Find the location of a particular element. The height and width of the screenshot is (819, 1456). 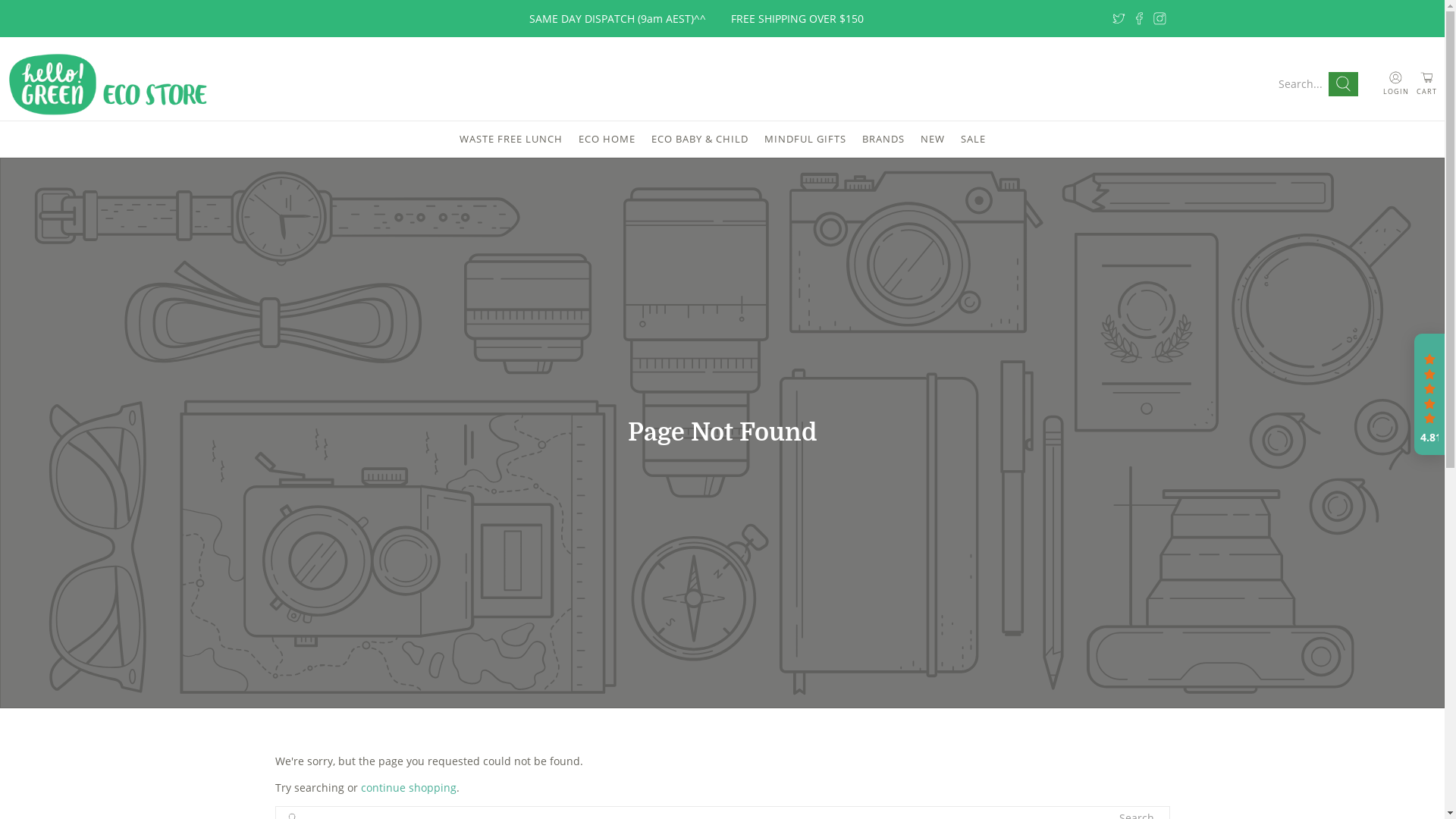

'Hello Green on Instagram' is located at coordinates (1159, 18).